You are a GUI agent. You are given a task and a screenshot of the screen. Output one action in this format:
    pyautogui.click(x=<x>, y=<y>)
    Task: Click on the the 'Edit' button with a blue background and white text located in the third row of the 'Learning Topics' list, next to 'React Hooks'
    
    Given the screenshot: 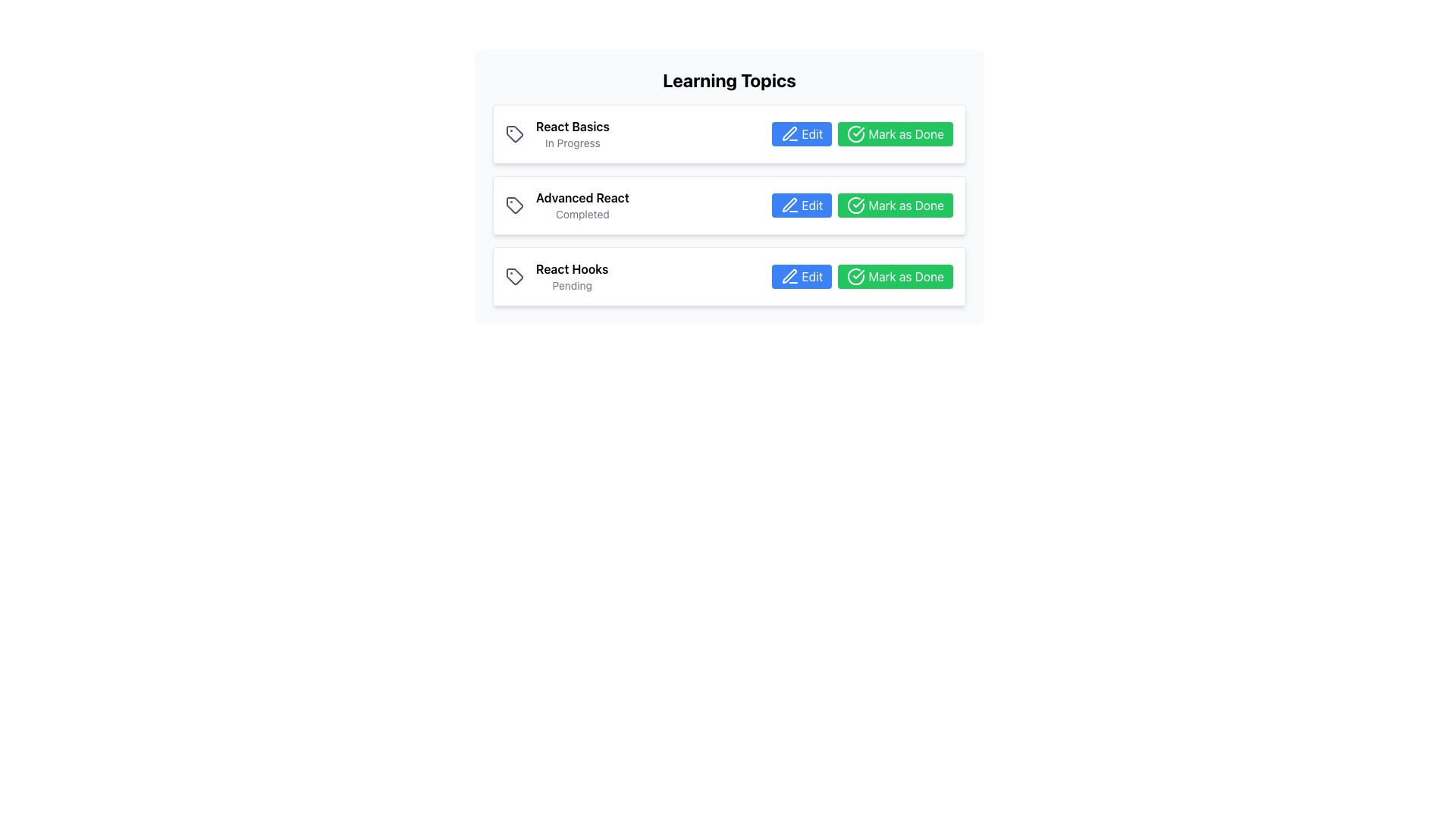 What is the action you would take?
    pyautogui.click(x=801, y=277)
    